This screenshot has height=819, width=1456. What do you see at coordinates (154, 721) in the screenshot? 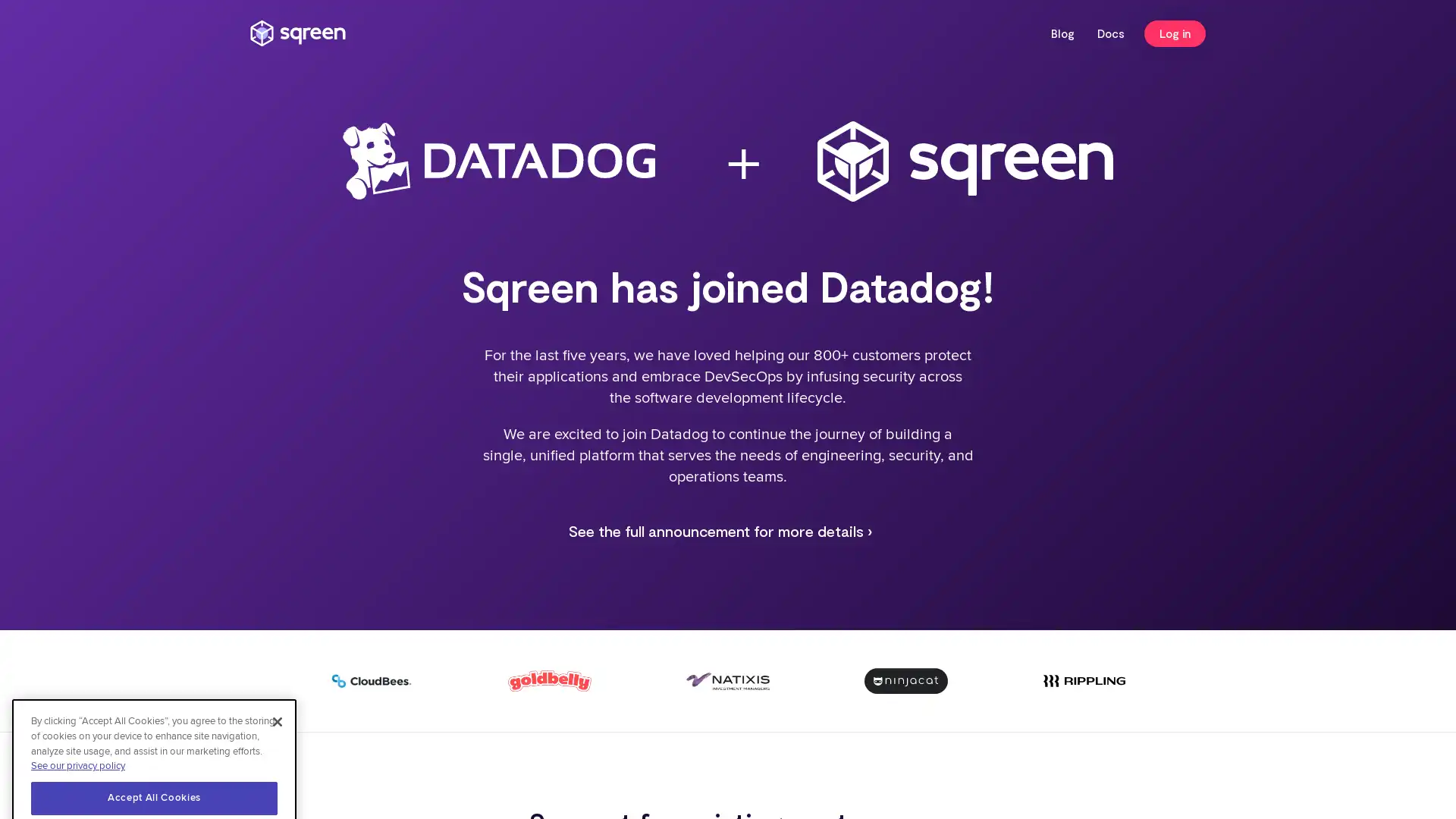
I see `Accept All Cookies` at bounding box center [154, 721].